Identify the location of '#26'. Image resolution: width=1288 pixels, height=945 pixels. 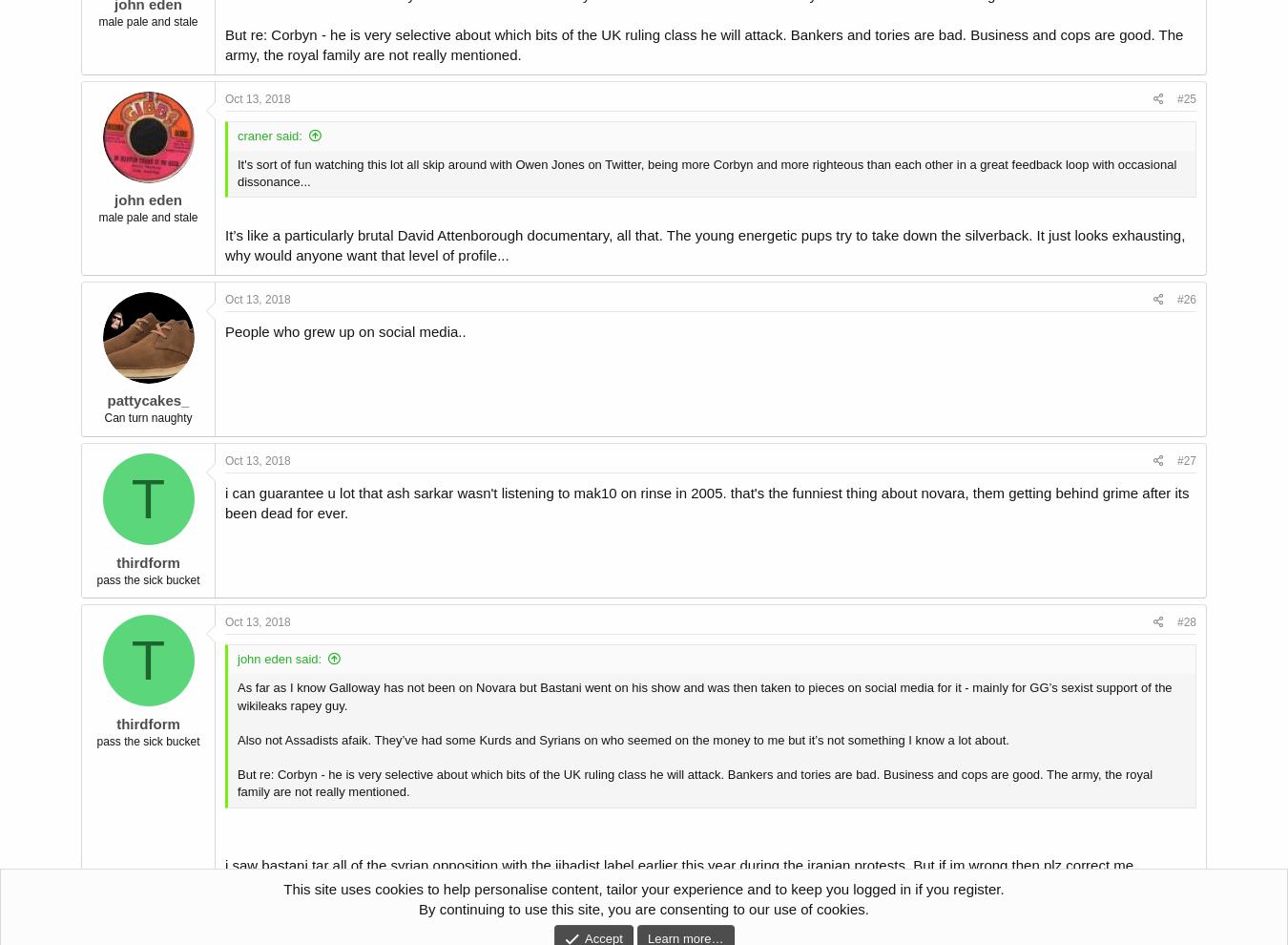
(1186, 298).